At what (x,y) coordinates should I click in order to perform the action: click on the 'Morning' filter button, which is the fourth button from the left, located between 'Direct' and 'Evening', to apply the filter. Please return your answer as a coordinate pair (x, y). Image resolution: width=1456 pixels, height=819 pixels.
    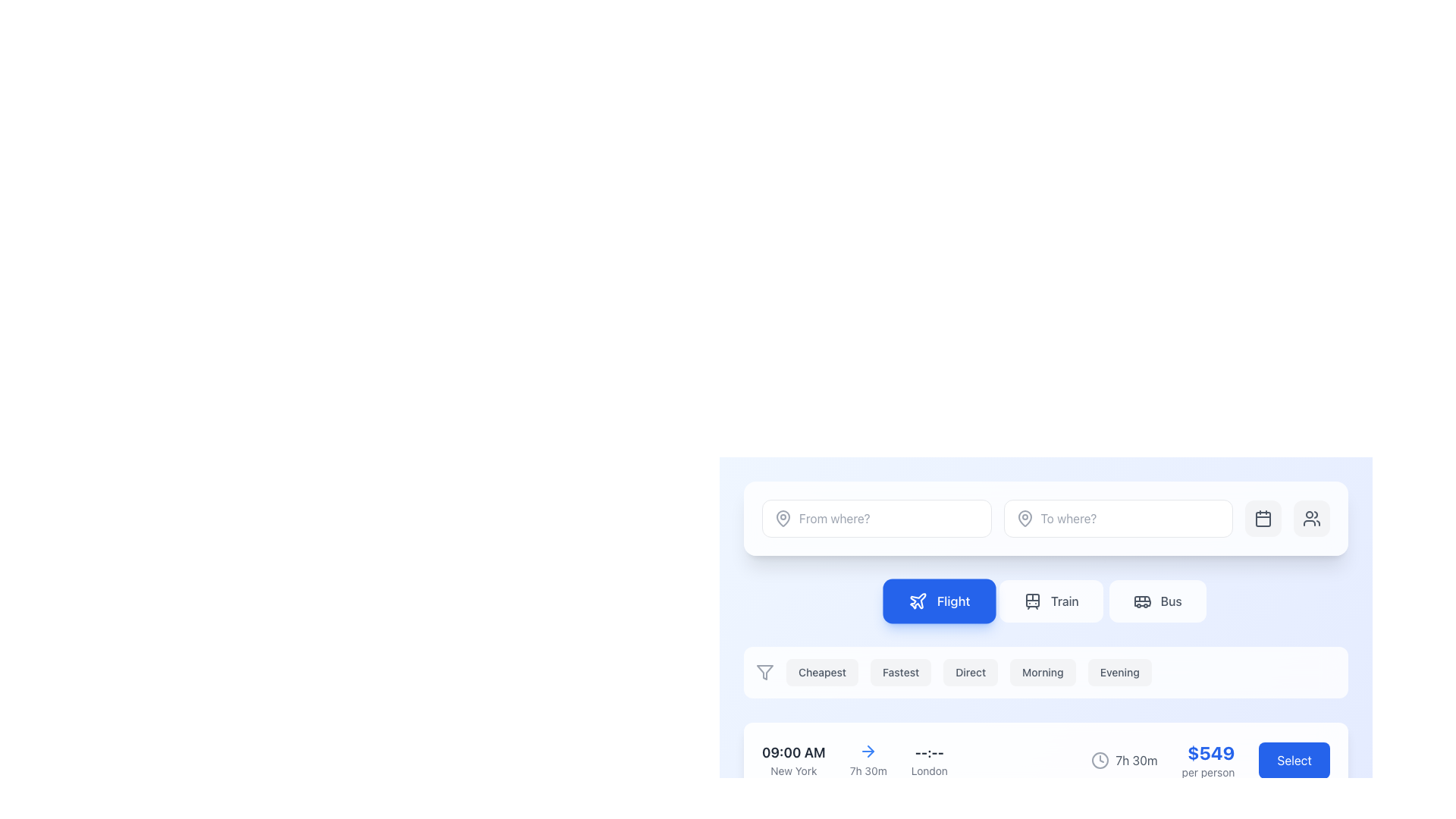
    Looking at the image, I should click on (1045, 672).